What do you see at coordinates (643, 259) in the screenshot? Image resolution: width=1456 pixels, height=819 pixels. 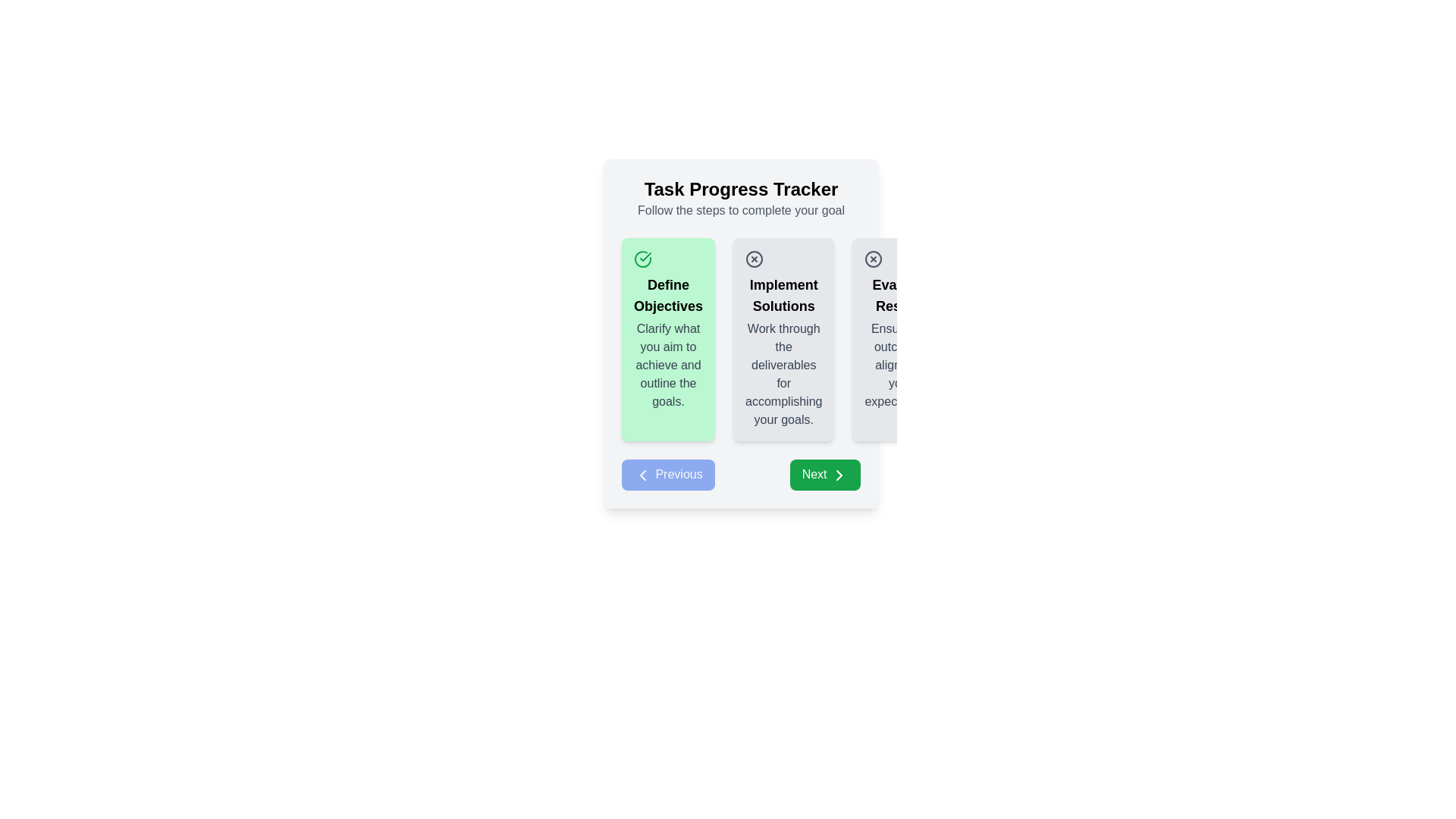 I see `the completion status icon located at the top-left corner of the 'Define Objectives' card, which indicates that the task is completed or in a good state` at bounding box center [643, 259].